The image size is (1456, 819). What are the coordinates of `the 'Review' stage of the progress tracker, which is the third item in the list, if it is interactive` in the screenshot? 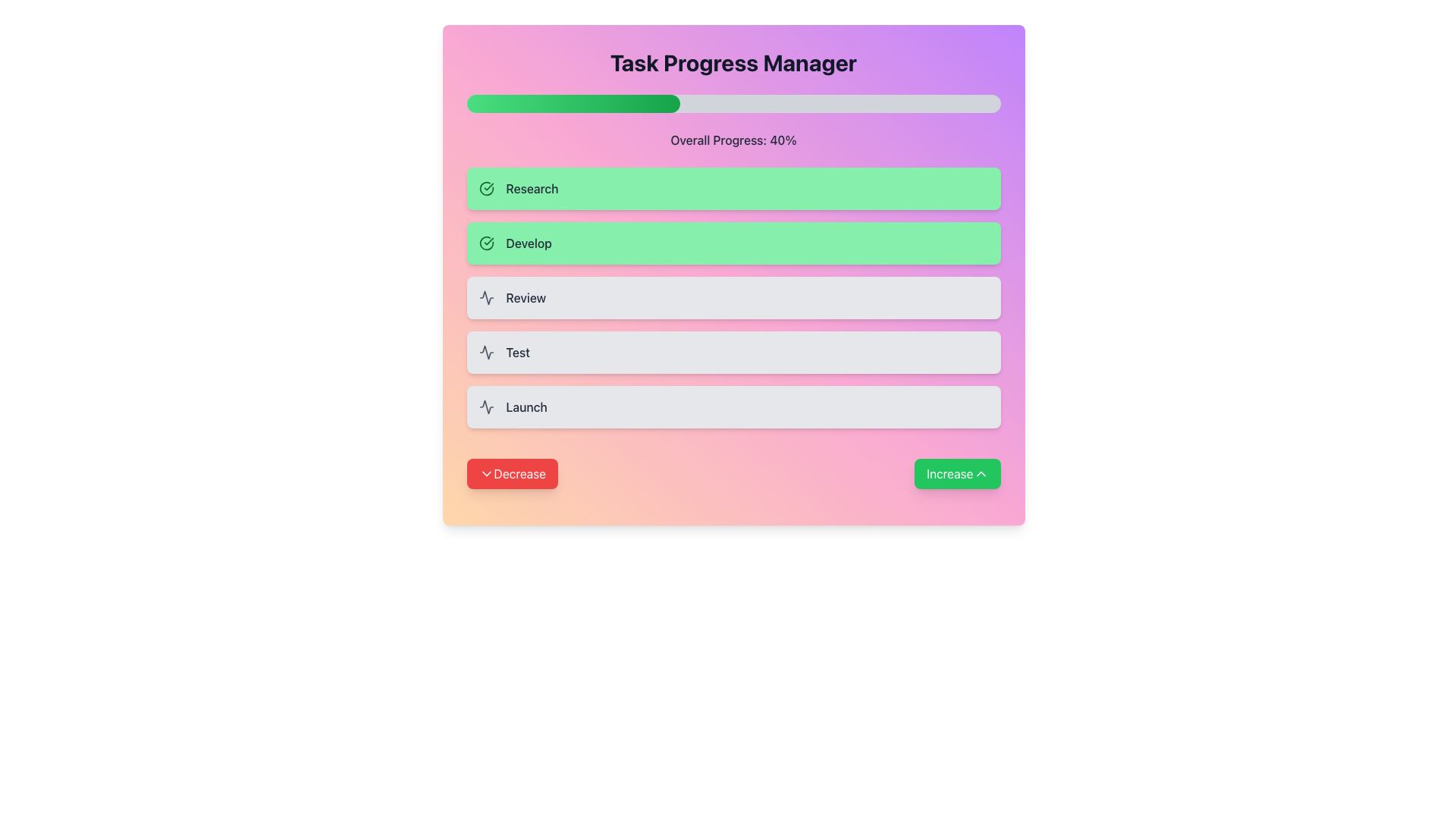 It's located at (733, 298).